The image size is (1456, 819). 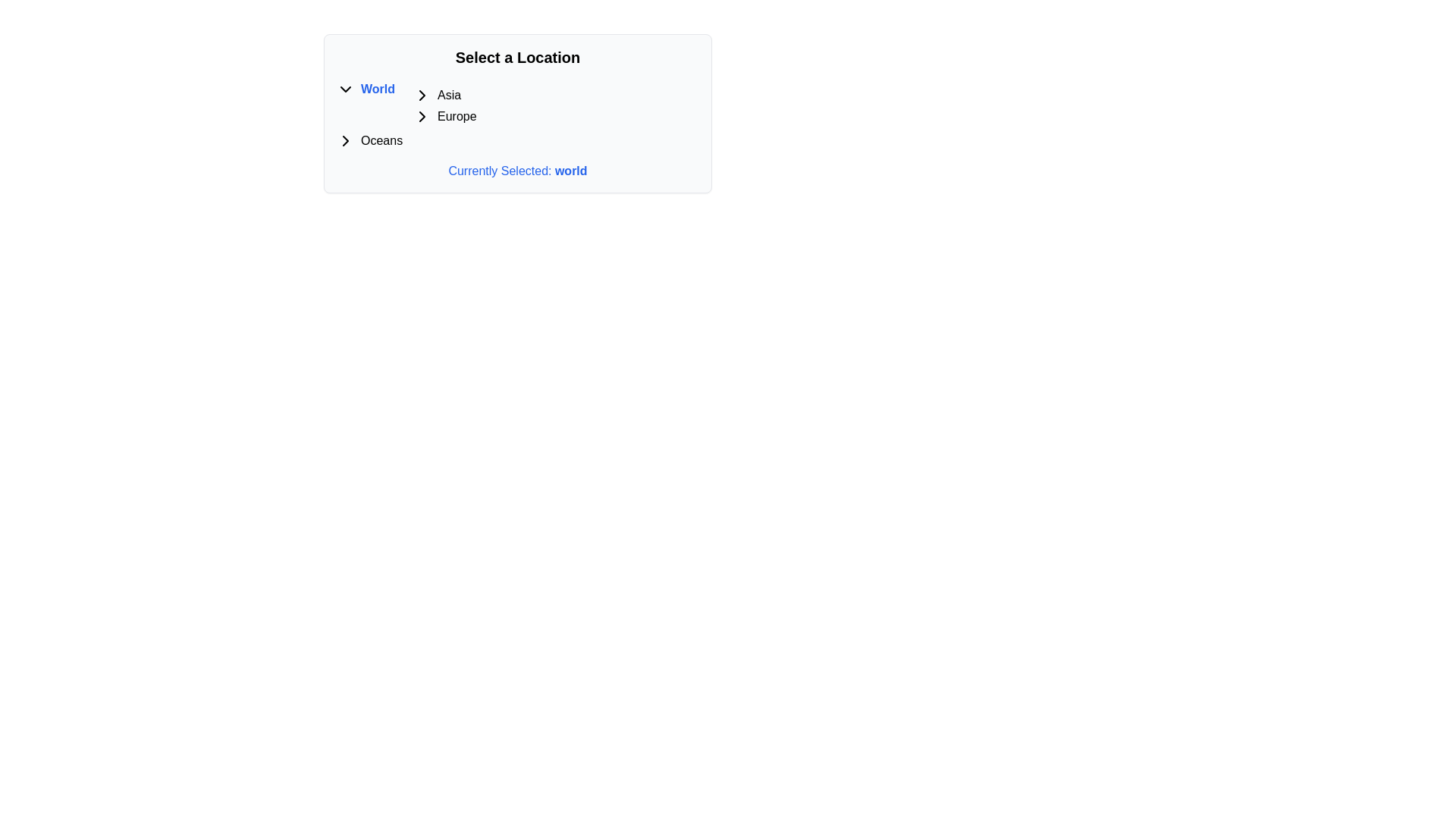 What do you see at coordinates (345, 89) in the screenshot?
I see `the button (dropdown trigger) located in the top-left region of the selection box, which precedes the text 'World'` at bounding box center [345, 89].